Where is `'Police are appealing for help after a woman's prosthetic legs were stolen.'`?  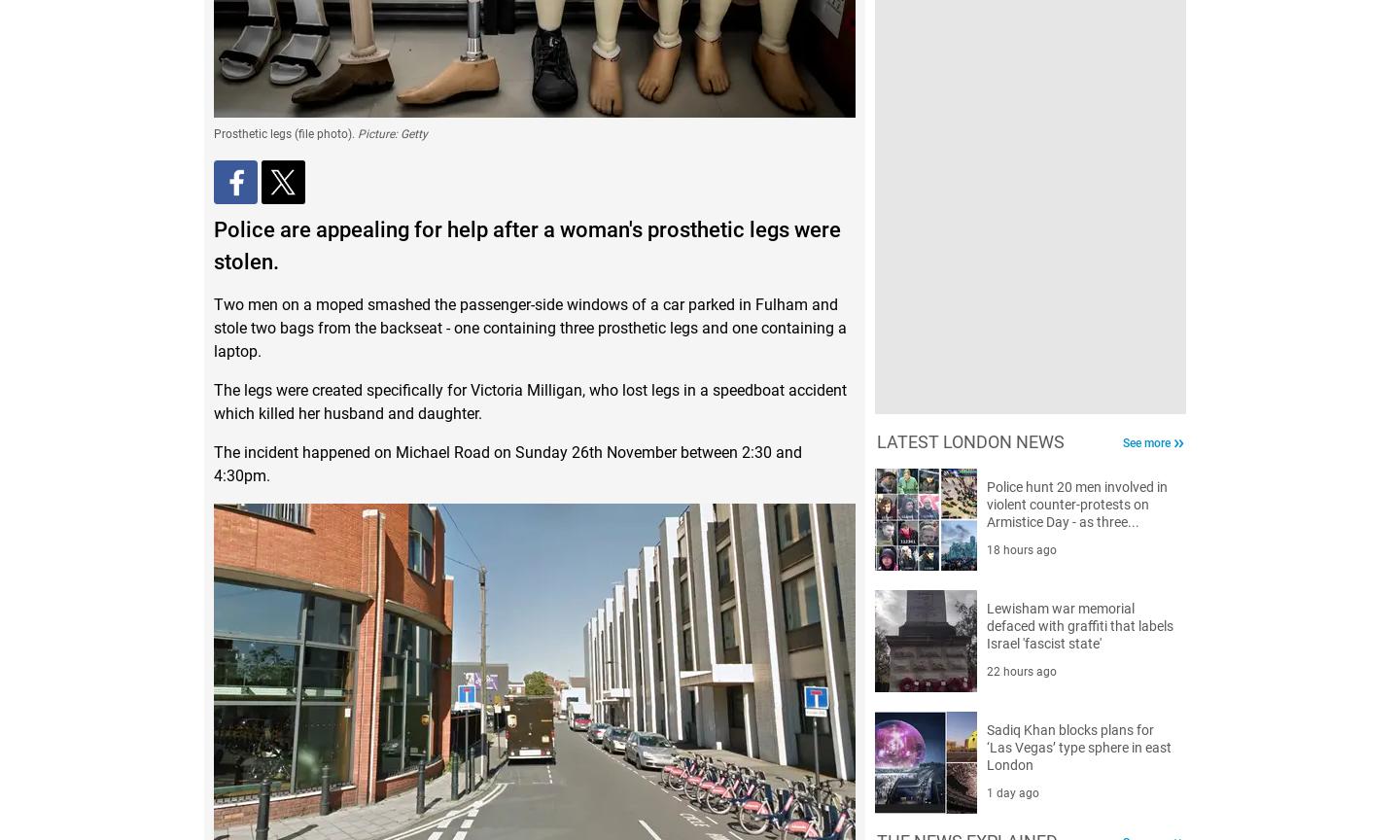
'Police are appealing for help after a woman's prosthetic legs were stolen.' is located at coordinates (527, 245).